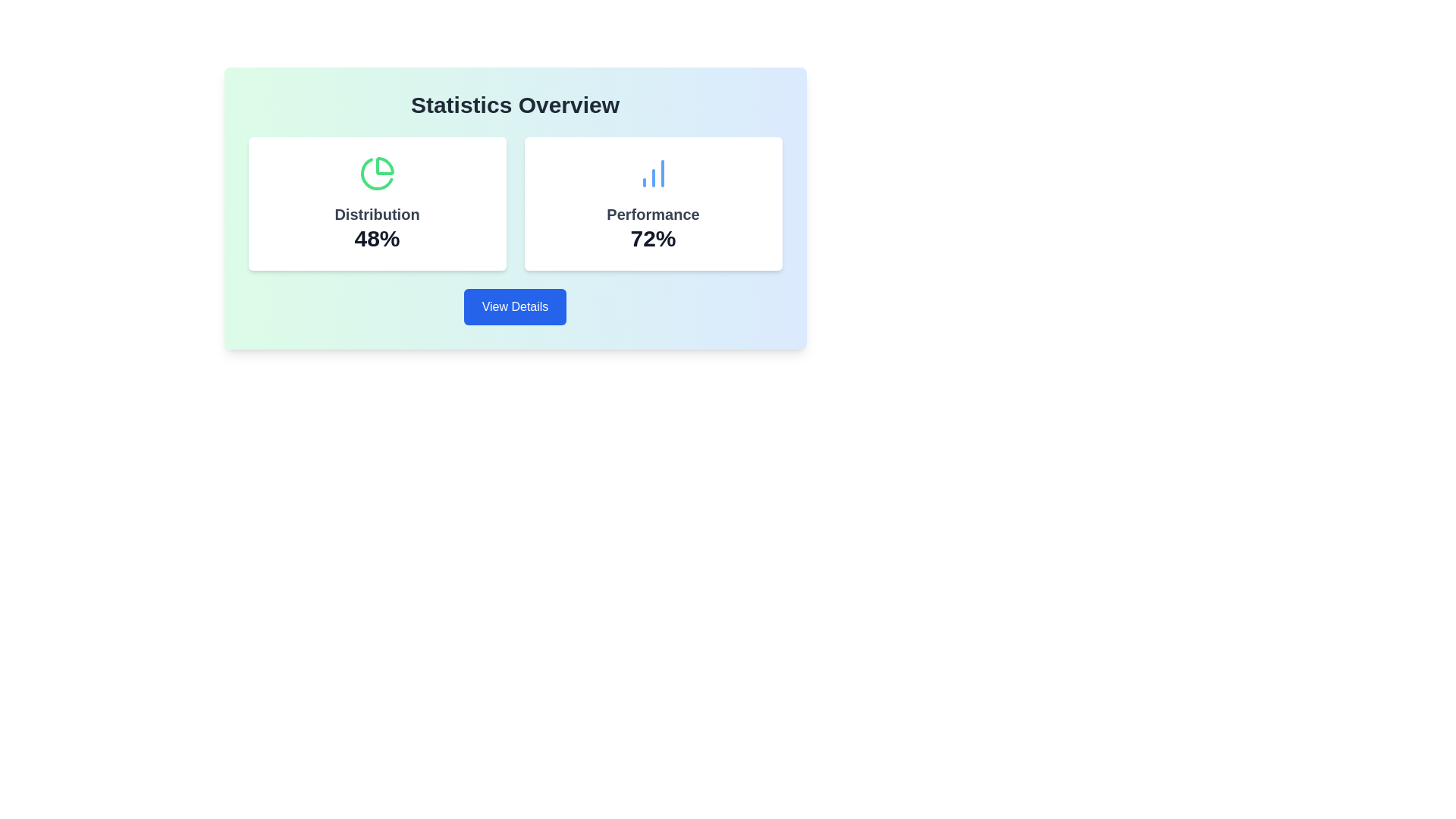 This screenshot has height=819, width=1456. Describe the element at coordinates (653, 172) in the screenshot. I see `the details of the blue graphical icon consisting of three vertical bars of increasing height, located at the center of the 'Performance' card` at that location.